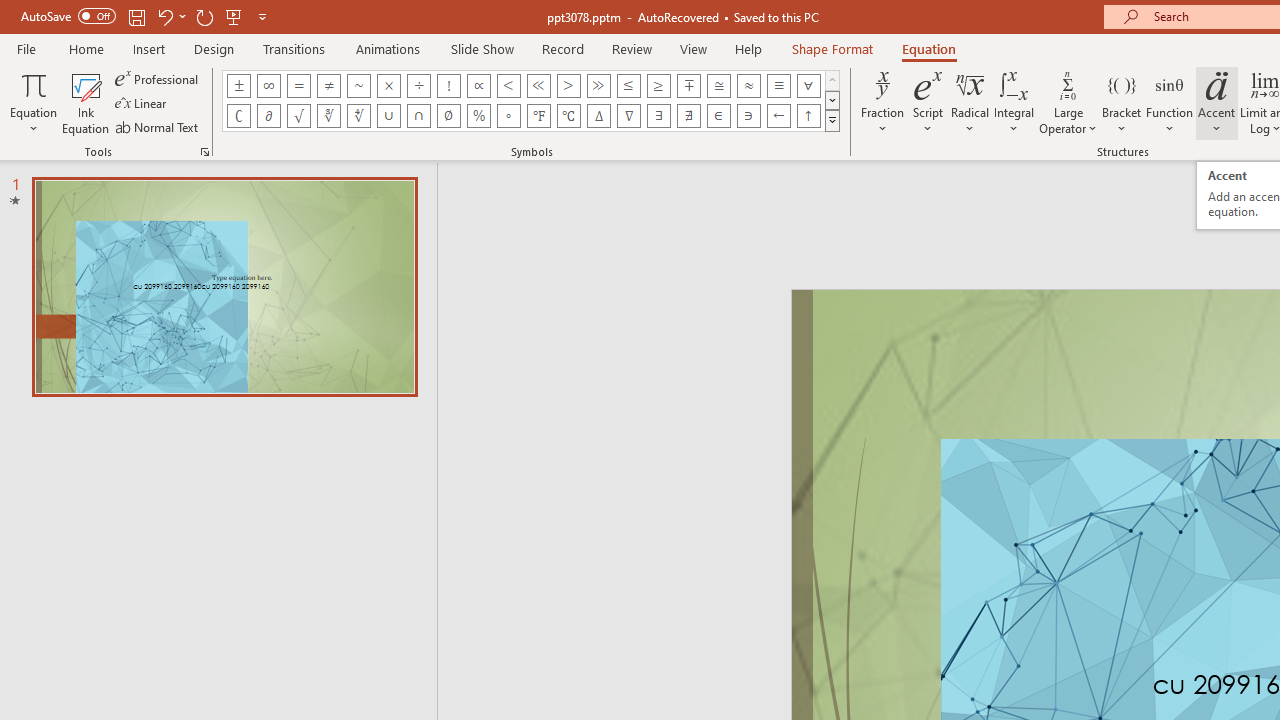  Describe the element at coordinates (970, 103) in the screenshot. I see `'Radical'` at that location.